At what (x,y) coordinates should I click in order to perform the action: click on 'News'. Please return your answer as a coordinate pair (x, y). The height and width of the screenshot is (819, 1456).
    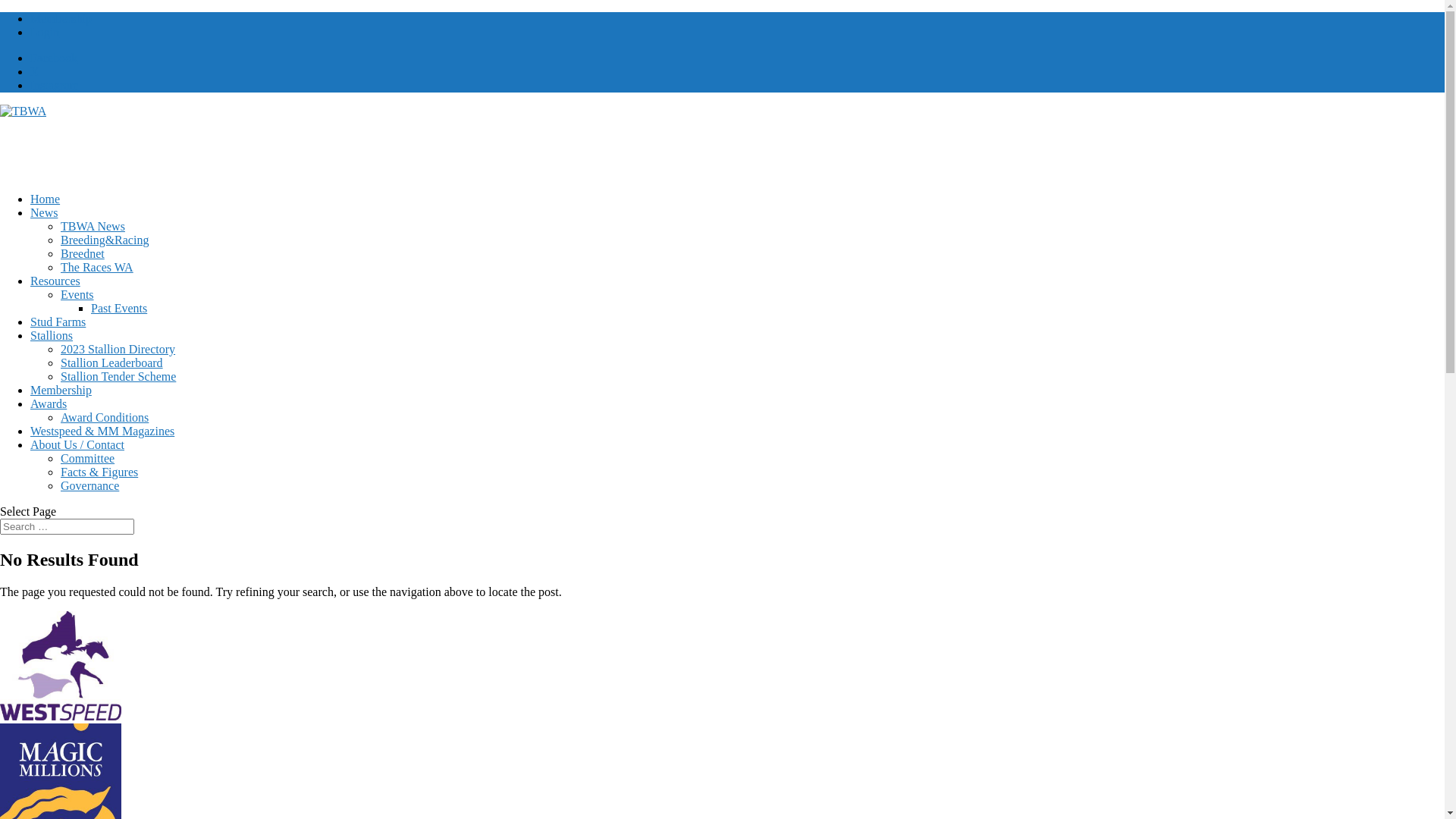
    Looking at the image, I should click on (43, 212).